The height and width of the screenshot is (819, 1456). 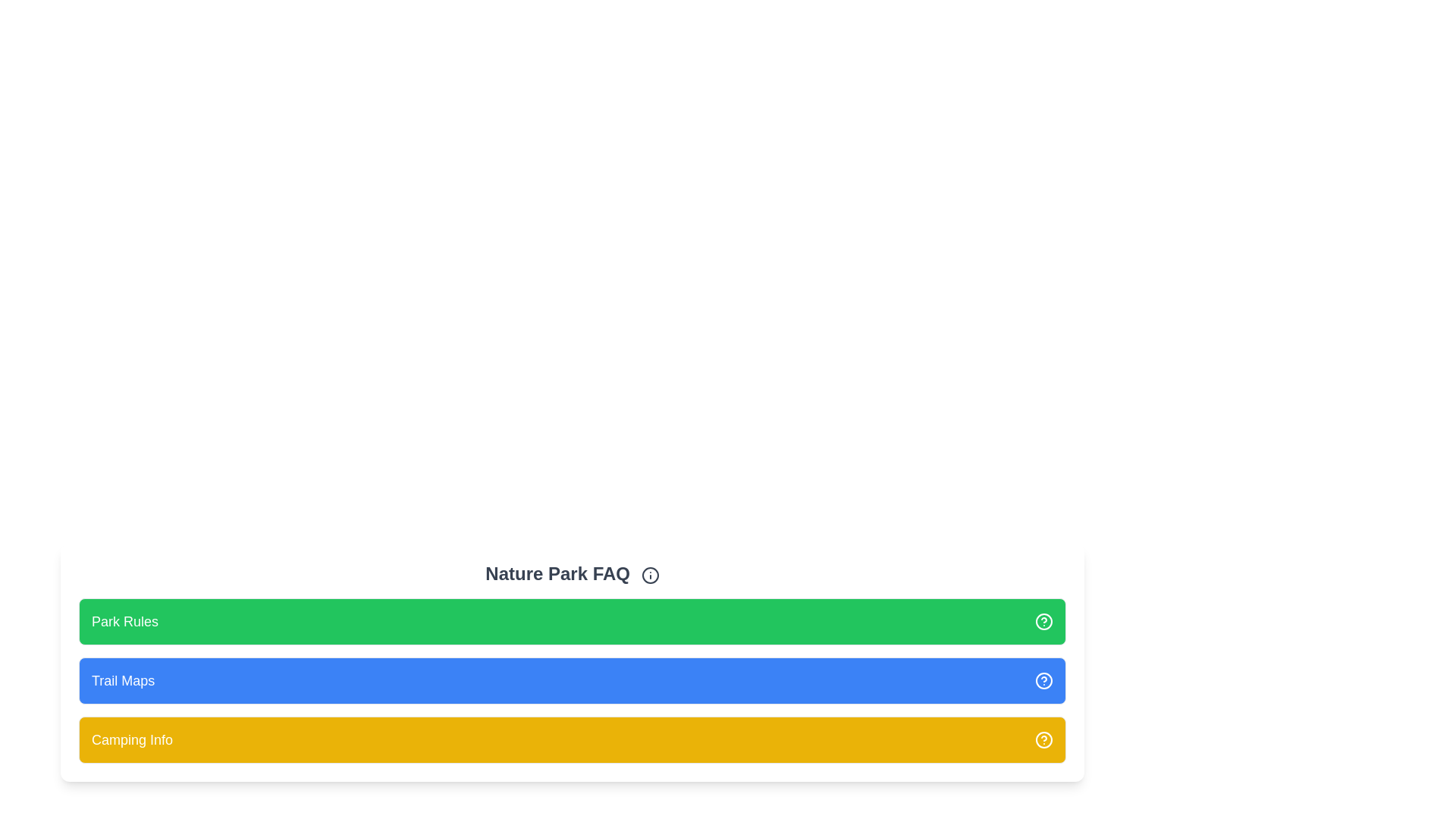 What do you see at coordinates (1043, 622) in the screenshot?
I see `the first circular icon located at the far-right end of the green bar labeled 'Park Rules'` at bounding box center [1043, 622].